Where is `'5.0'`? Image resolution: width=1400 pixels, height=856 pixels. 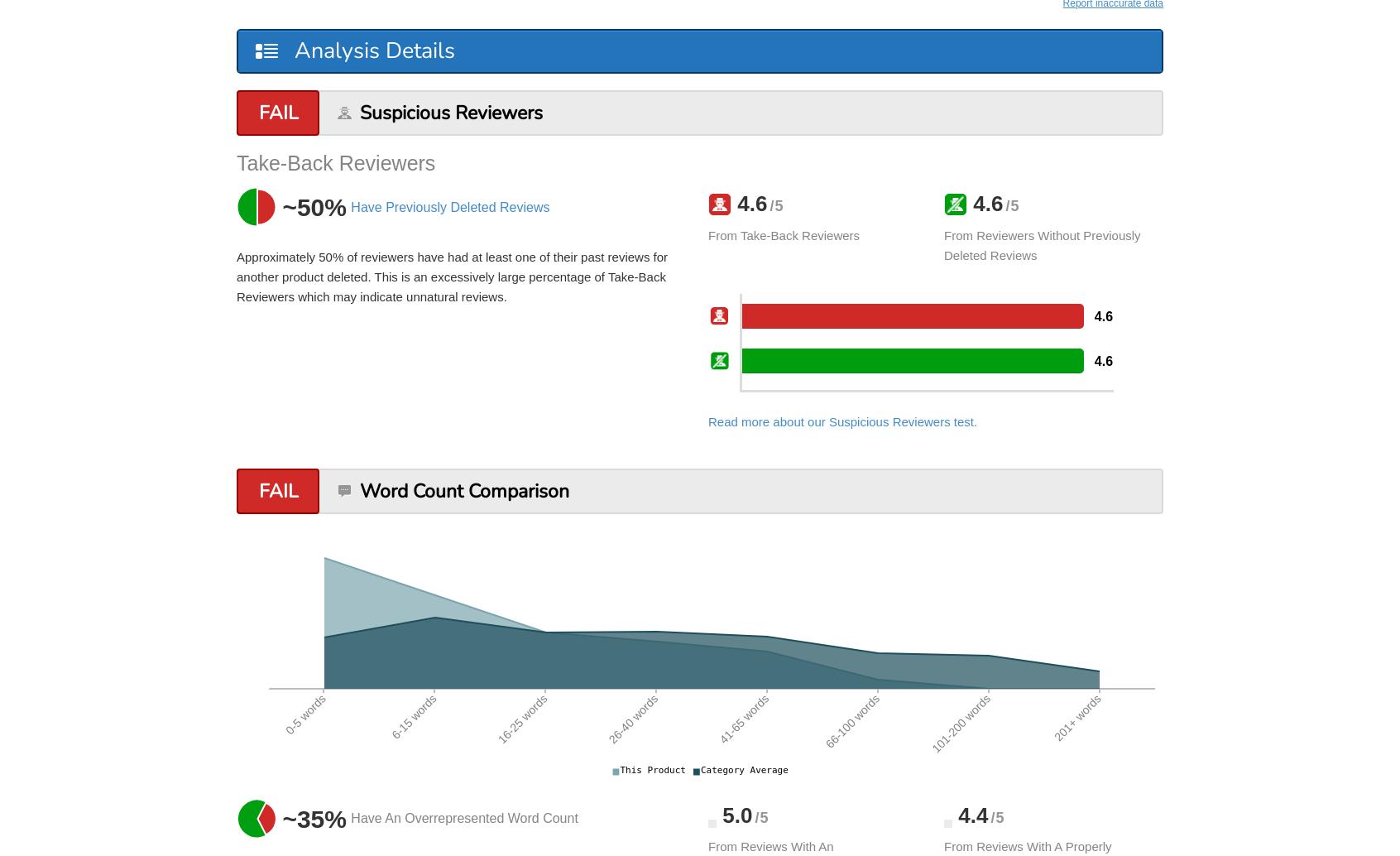 '5.0' is located at coordinates (733, 813).